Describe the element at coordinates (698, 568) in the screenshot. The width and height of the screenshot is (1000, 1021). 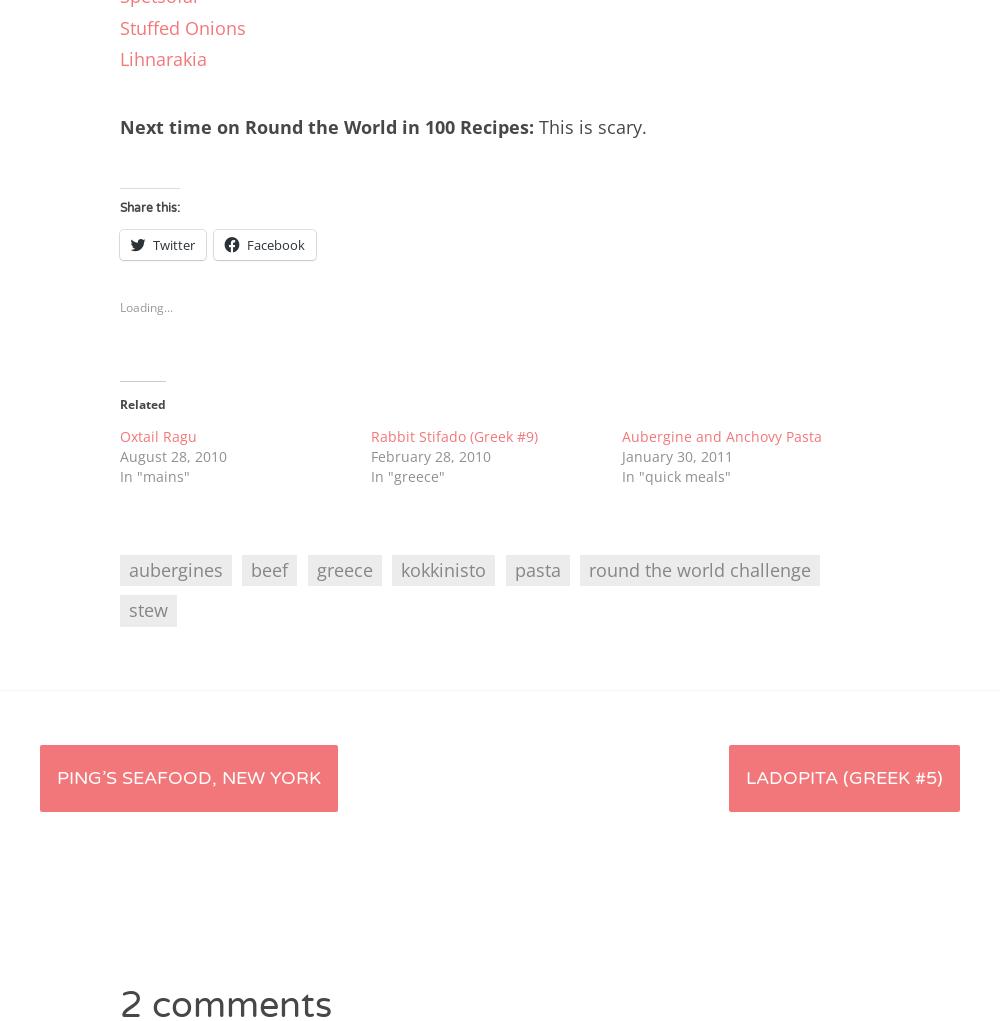
I see `'round the world challenge'` at that location.